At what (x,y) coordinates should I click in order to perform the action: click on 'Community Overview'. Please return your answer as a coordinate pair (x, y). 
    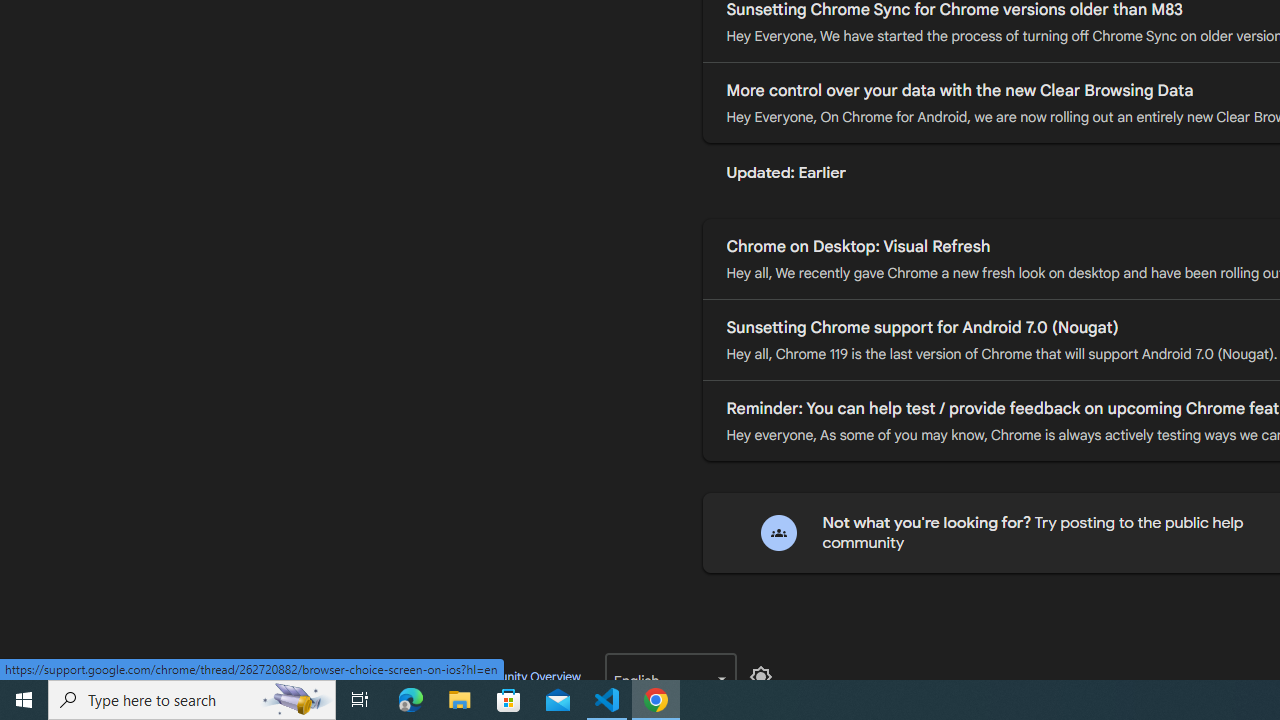
    Looking at the image, I should click on (522, 675).